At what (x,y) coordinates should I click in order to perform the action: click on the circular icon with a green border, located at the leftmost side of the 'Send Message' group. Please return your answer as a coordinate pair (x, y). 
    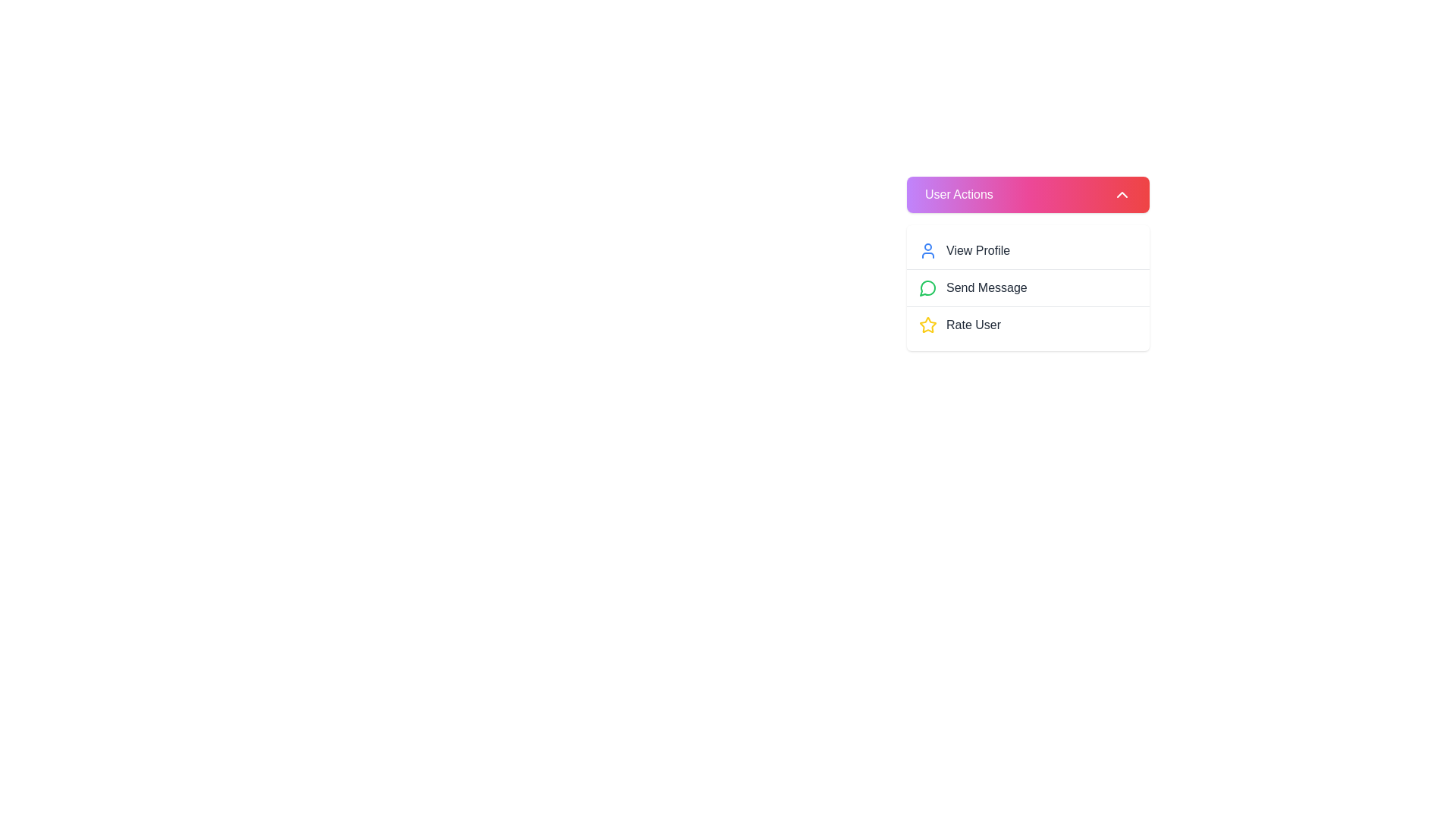
    Looking at the image, I should click on (927, 288).